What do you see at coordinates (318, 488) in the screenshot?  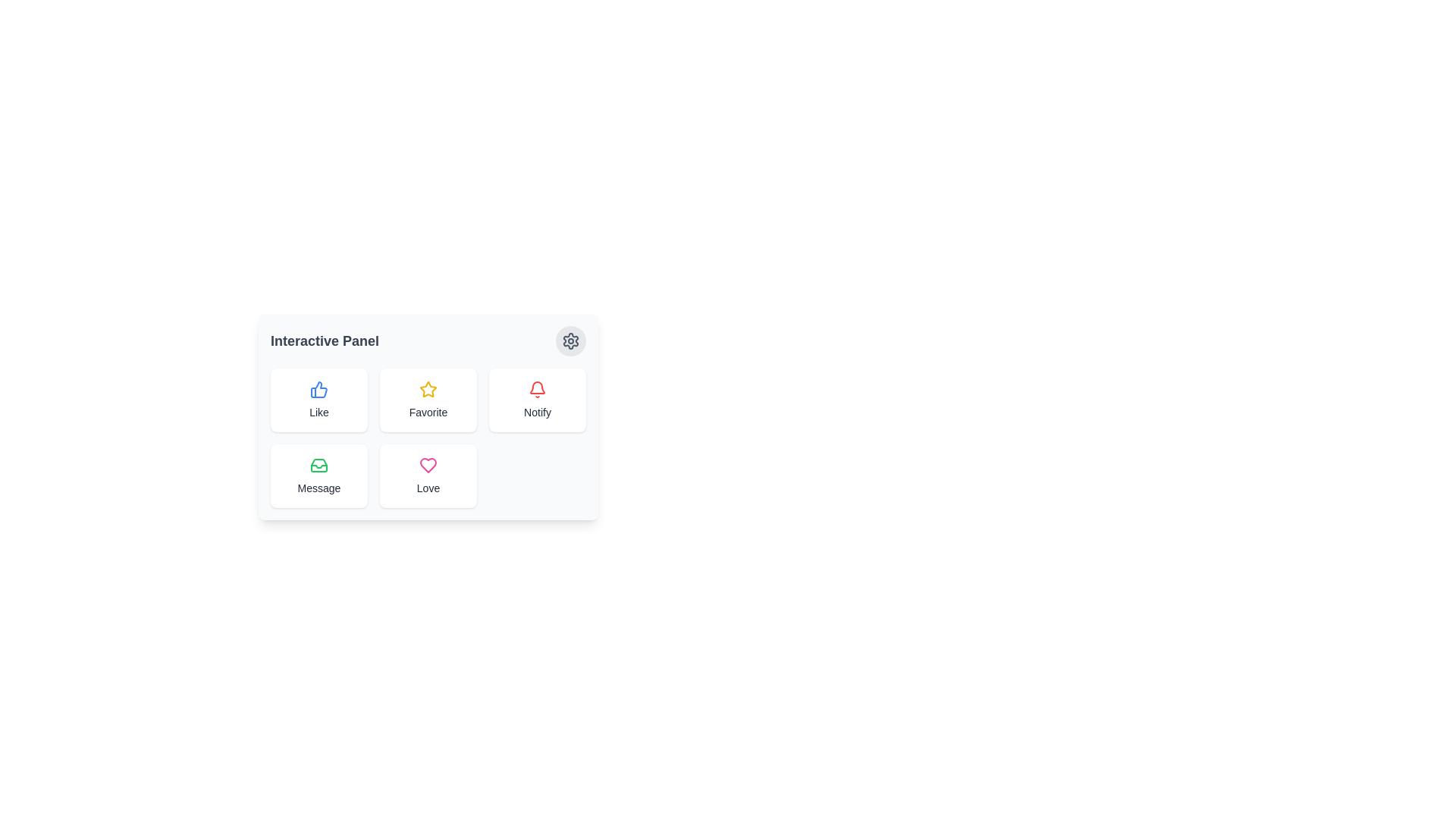 I see `the label element displaying the text 'Message' which is styled with a small, gray font and located beneath the green inbox icon in the bottom-left corner of the grid layout` at bounding box center [318, 488].